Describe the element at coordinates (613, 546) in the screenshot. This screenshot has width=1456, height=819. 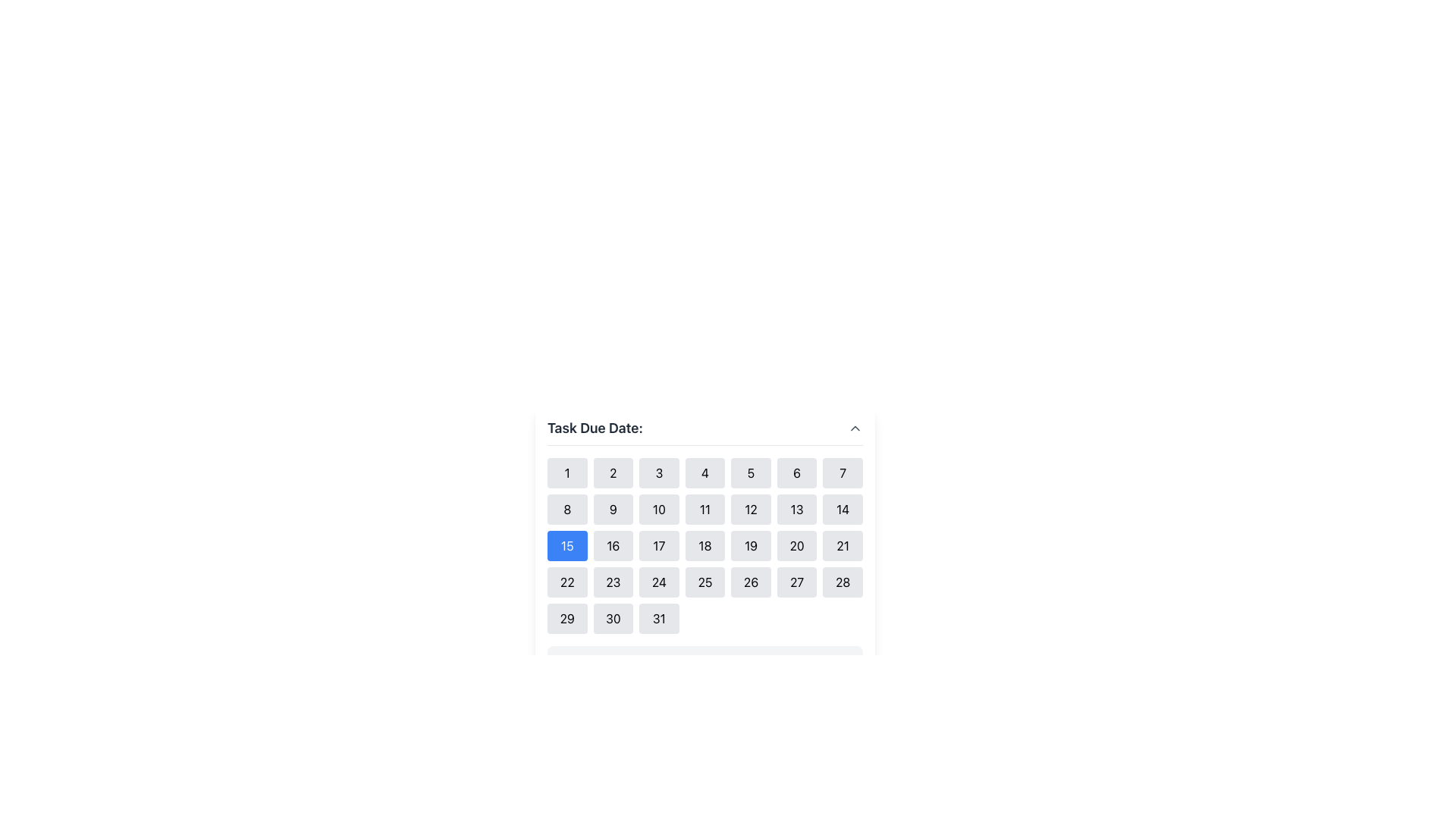
I see `the button displaying the number '16' to trigger its hover effect, which changes the background color to blue` at that location.